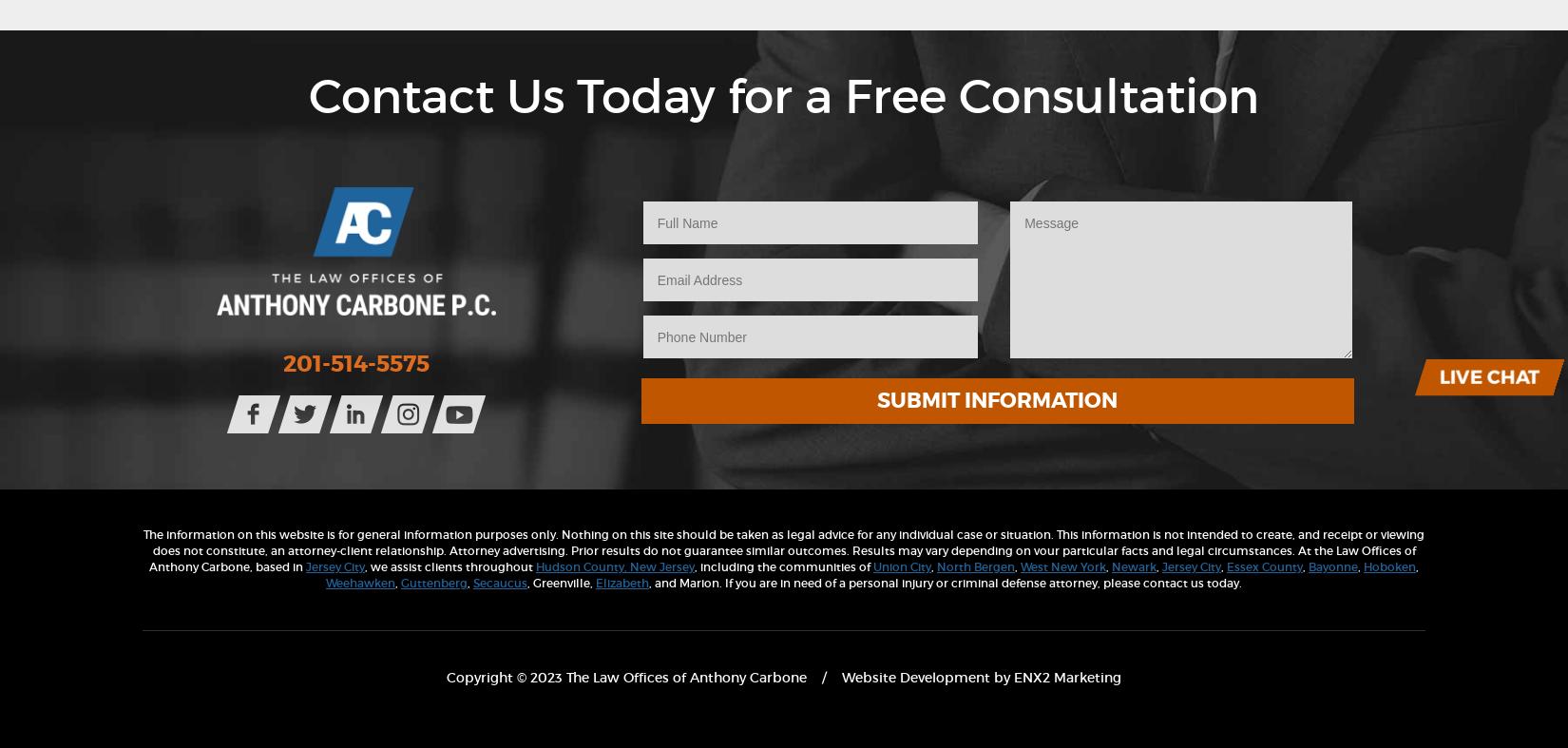 This screenshot has height=748, width=1568. I want to click on 'Newark', so click(1134, 565).